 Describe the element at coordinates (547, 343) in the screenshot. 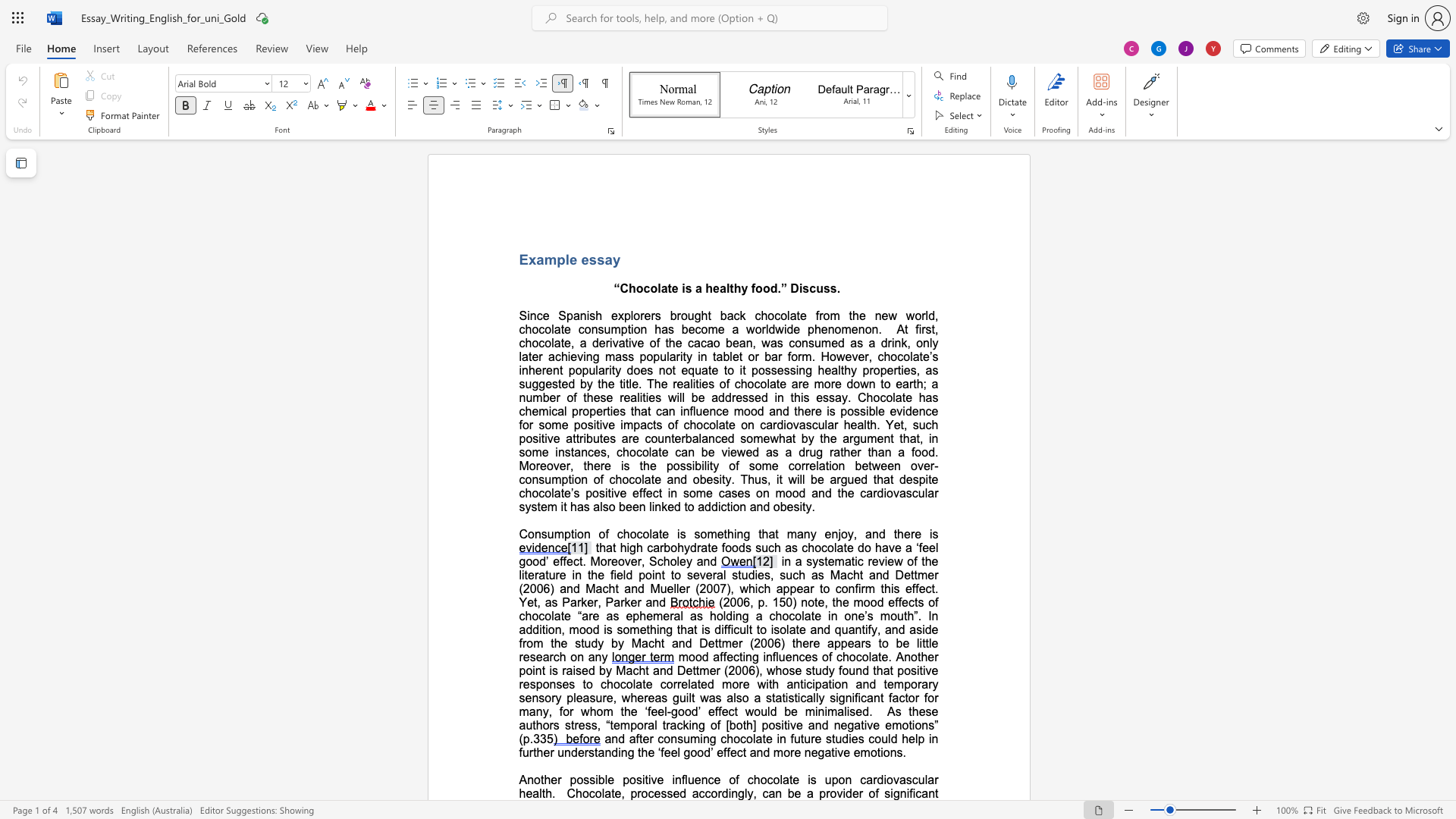

I see `the 2th character "o" in the text` at that location.